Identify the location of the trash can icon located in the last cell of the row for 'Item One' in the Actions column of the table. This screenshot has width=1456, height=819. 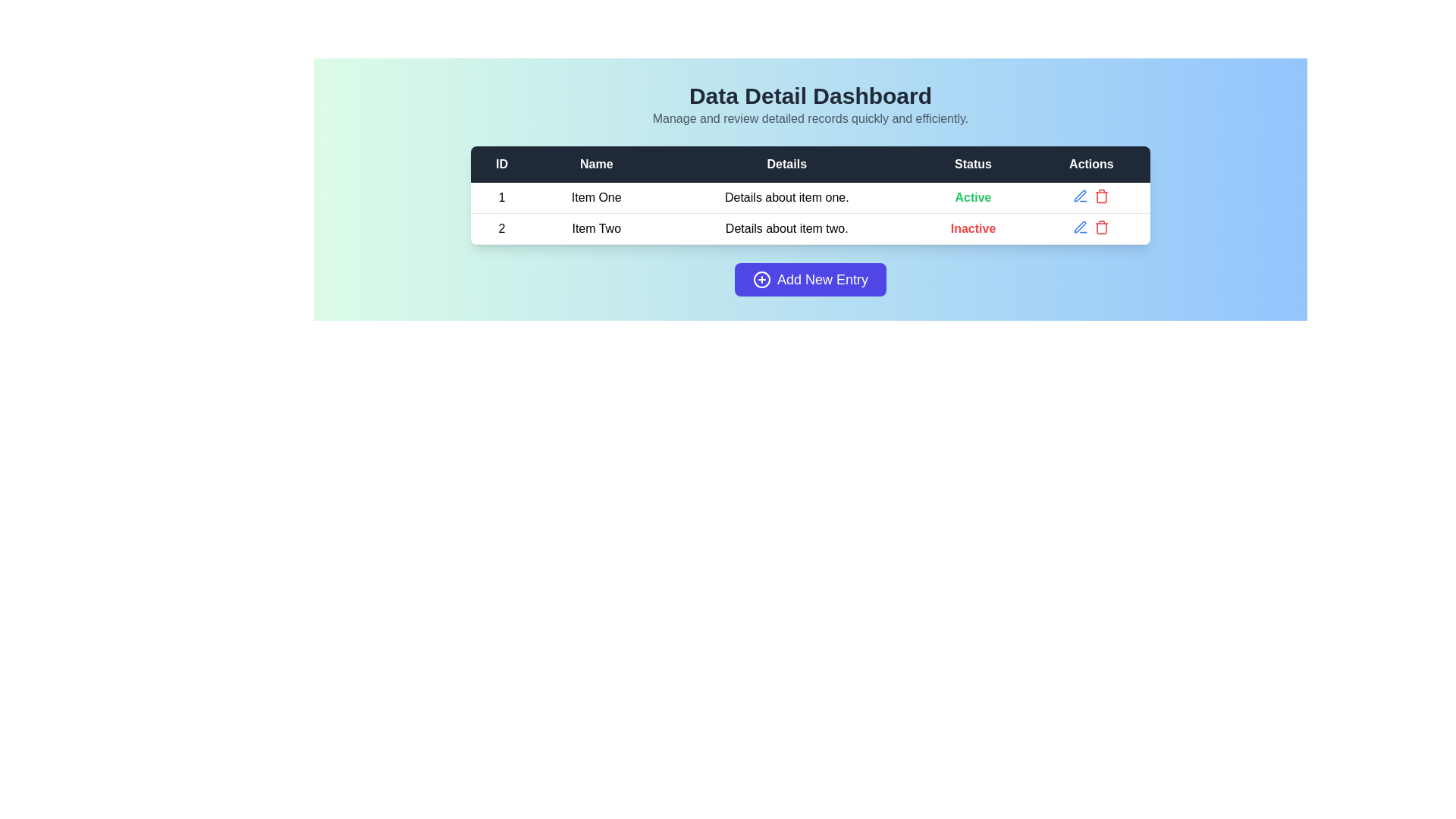
(1090, 195).